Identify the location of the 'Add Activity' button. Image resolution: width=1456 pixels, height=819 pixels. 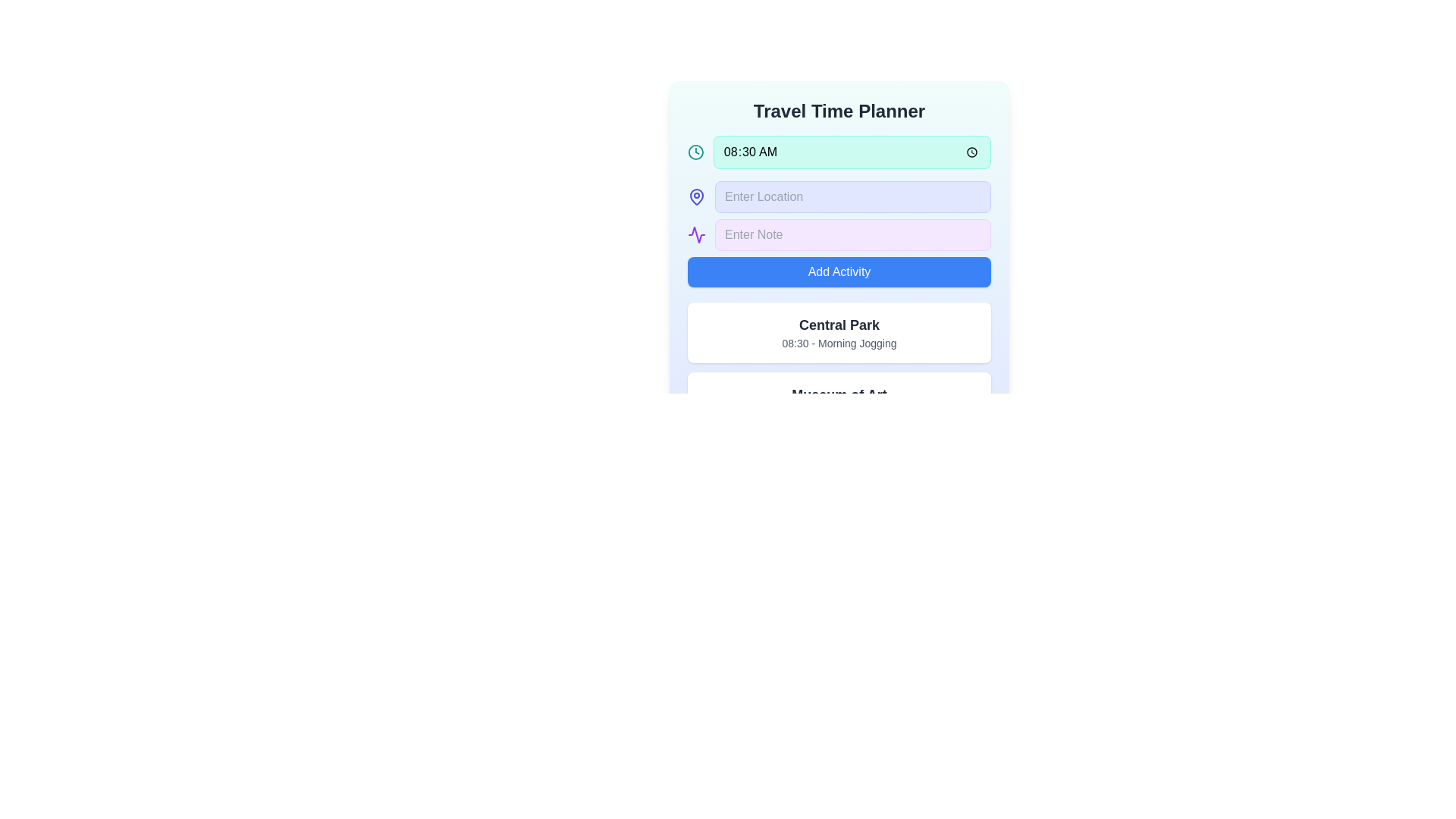
(839, 271).